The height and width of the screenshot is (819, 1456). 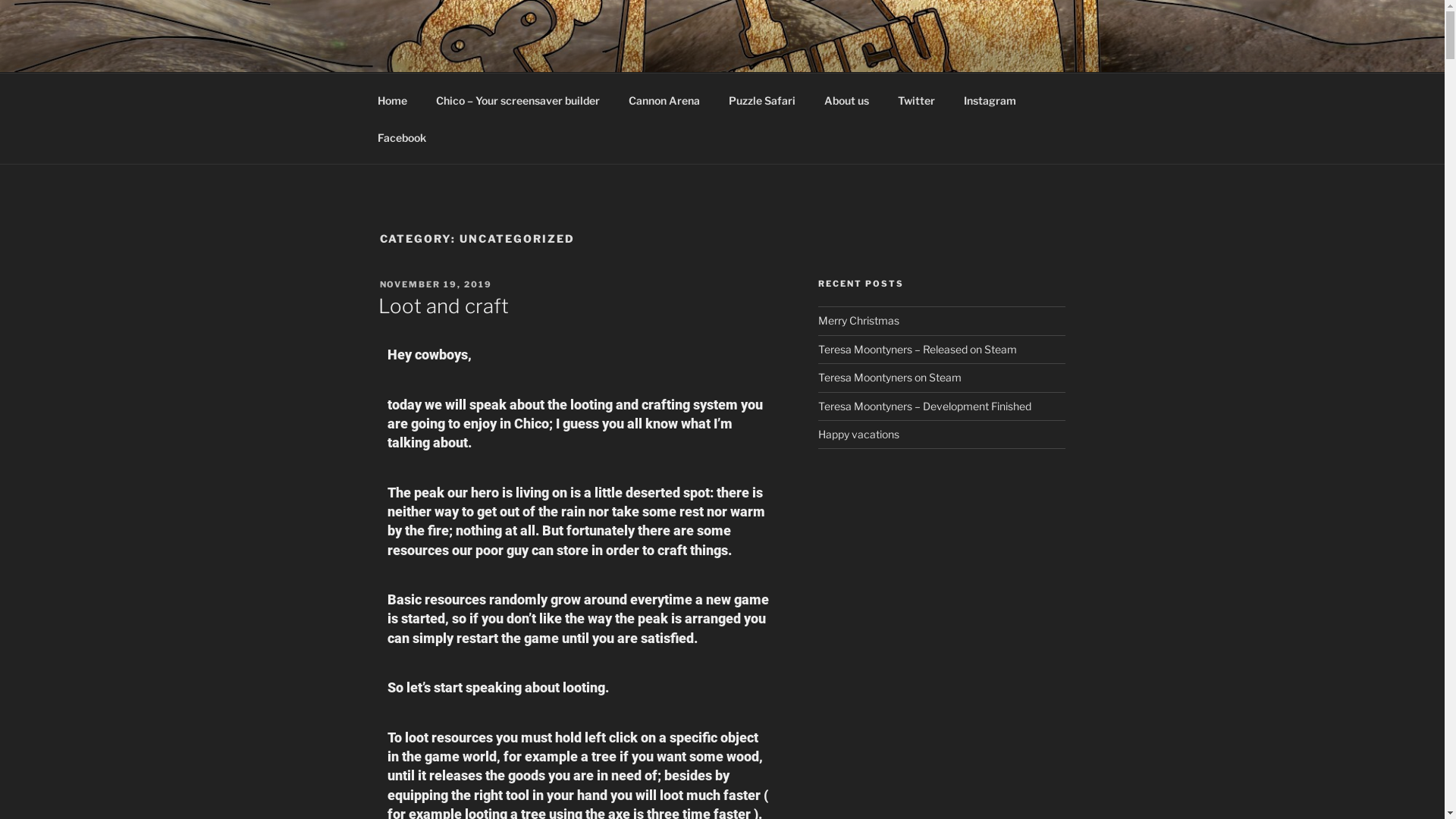 What do you see at coordinates (664, 100) in the screenshot?
I see `'Cannon Arena'` at bounding box center [664, 100].